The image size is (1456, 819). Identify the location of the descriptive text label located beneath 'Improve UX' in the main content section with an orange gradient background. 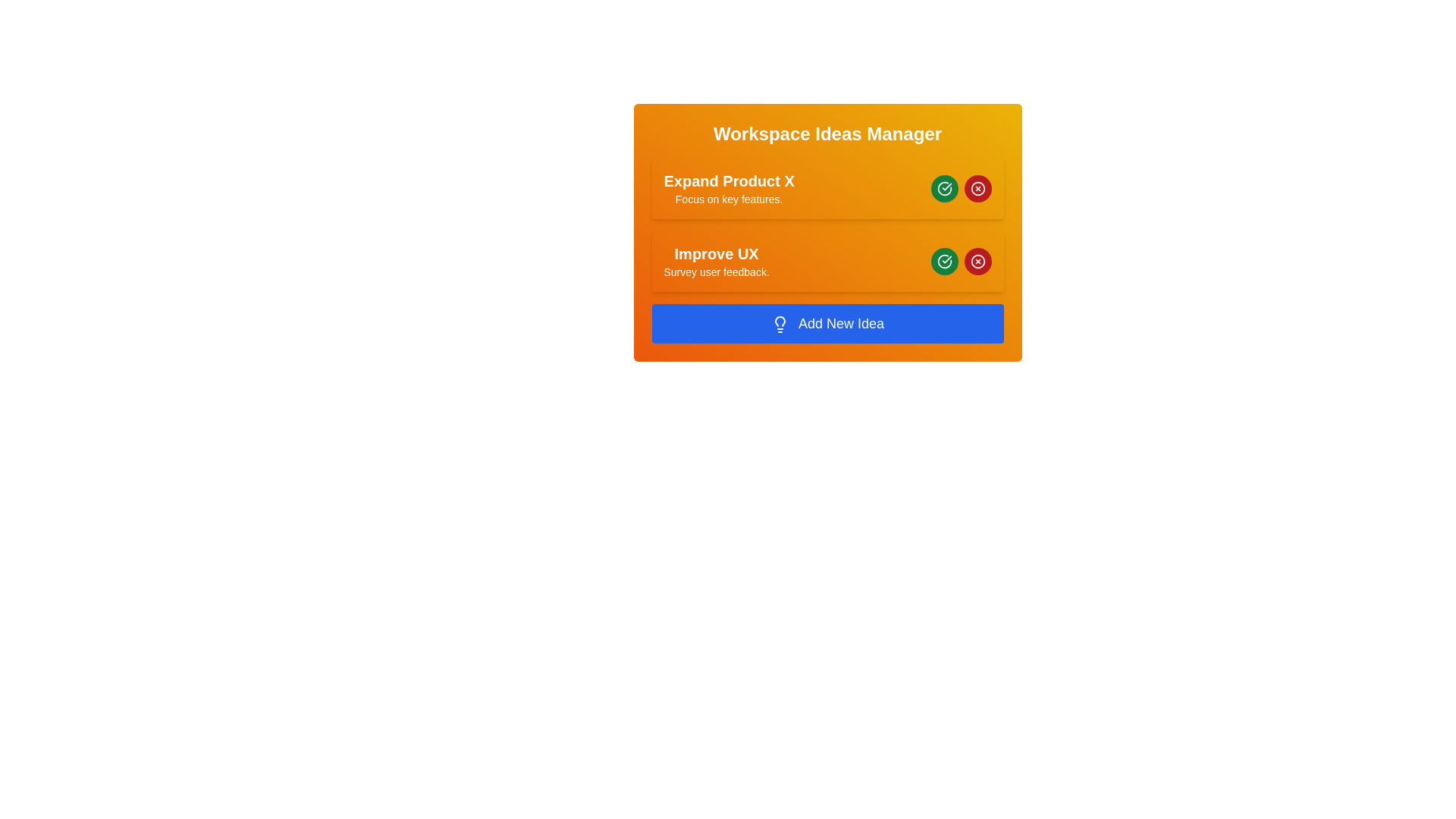
(716, 271).